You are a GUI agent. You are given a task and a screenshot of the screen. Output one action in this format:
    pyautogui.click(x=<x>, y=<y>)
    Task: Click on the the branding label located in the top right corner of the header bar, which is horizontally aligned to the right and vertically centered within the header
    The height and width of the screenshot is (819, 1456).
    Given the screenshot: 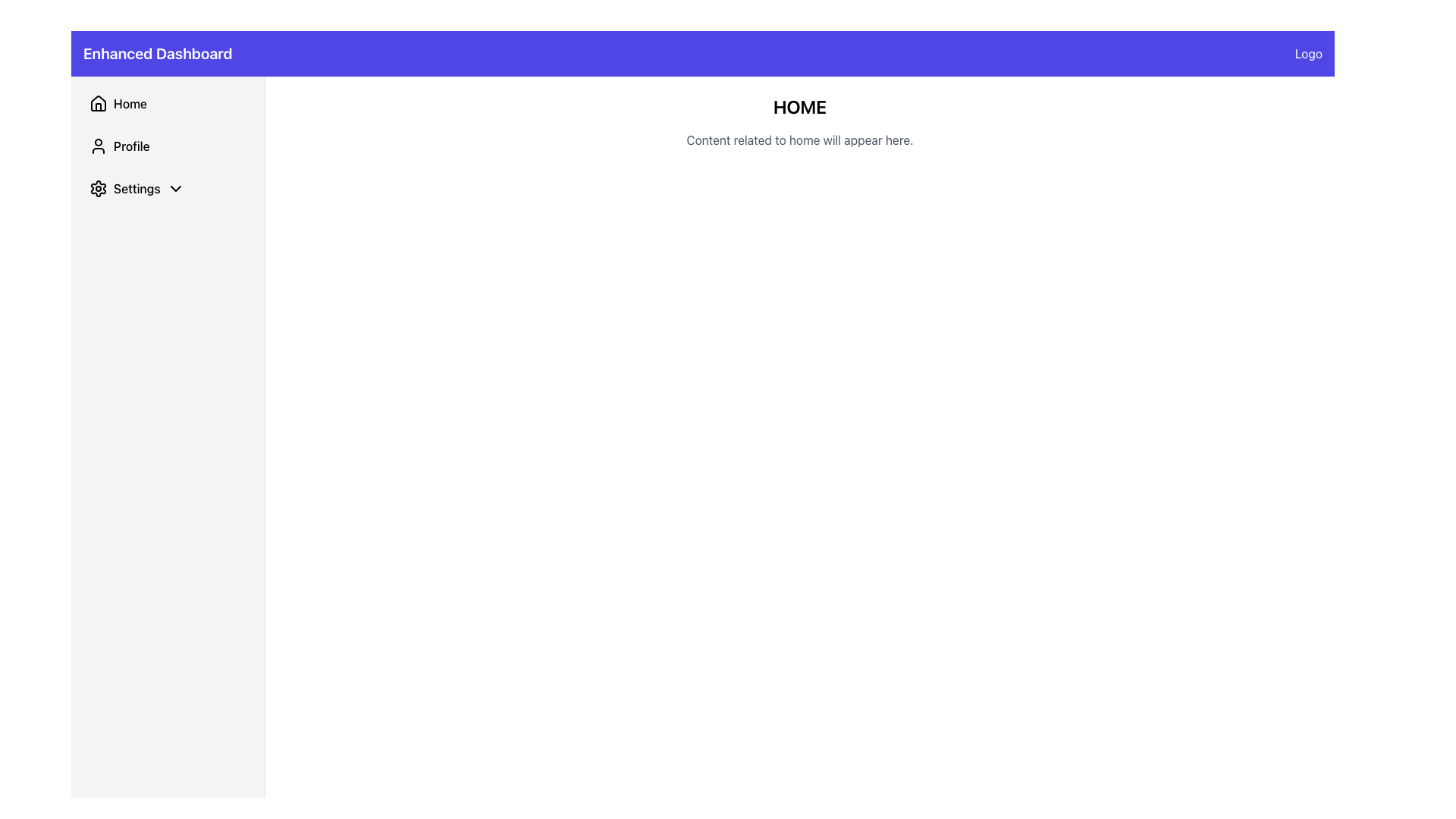 What is the action you would take?
    pyautogui.click(x=1307, y=52)
    